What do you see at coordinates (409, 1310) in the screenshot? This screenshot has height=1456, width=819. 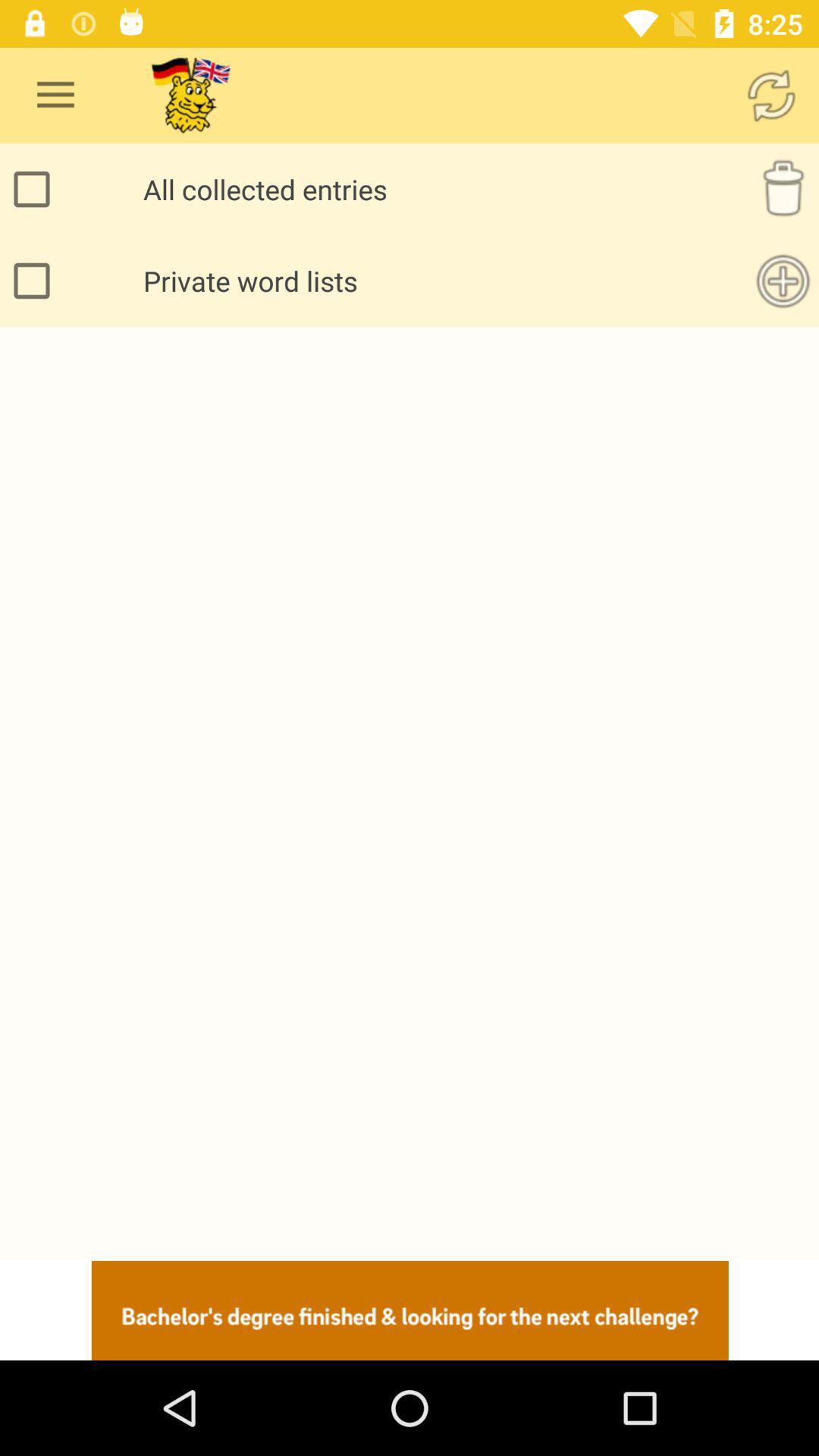 I see `advertisement` at bounding box center [409, 1310].